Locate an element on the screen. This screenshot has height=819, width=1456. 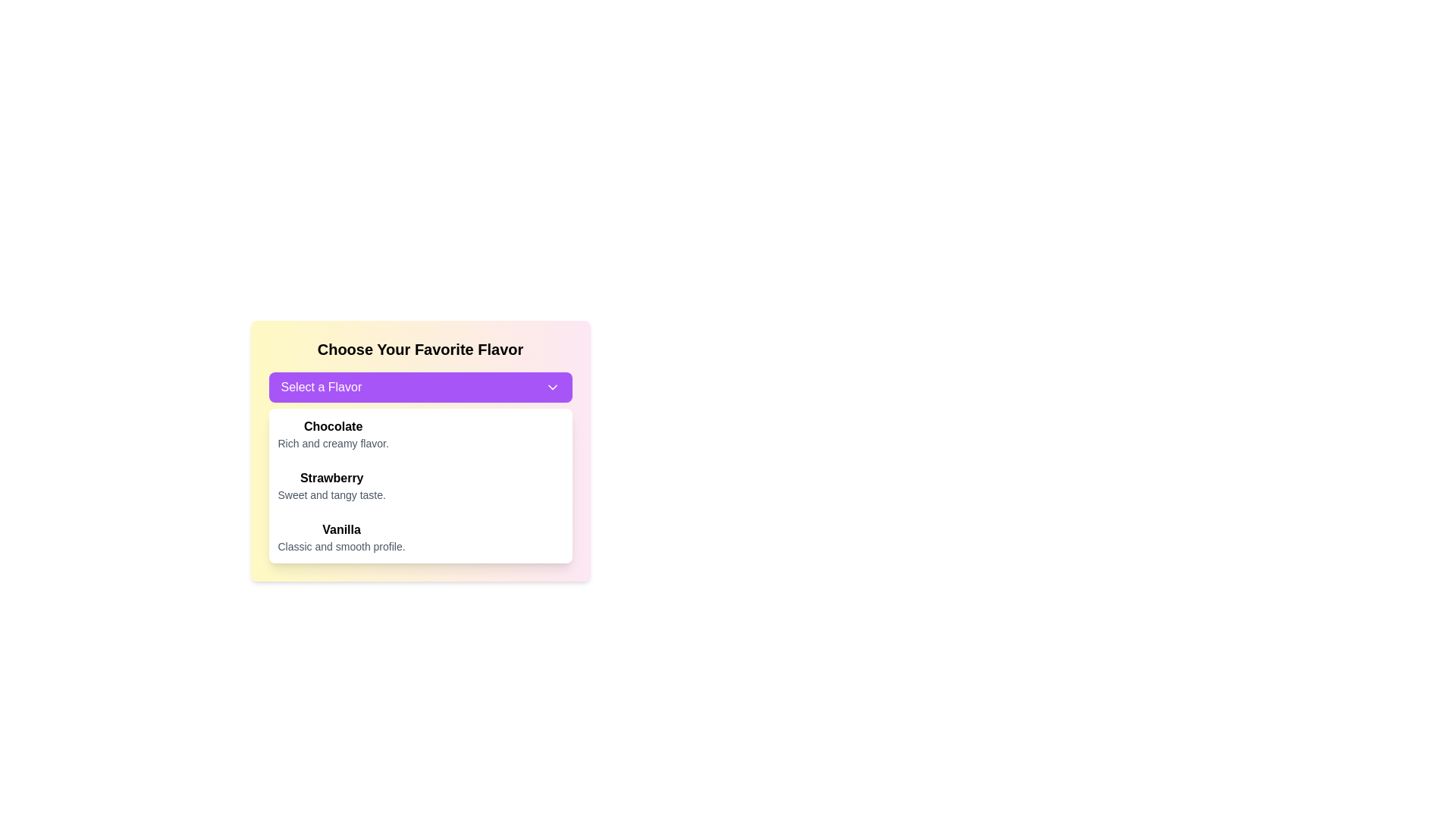
the static text providing additional descriptive information for the 'Strawberry' flavor option, which is positioned below the 'Strawberry' text in the flavor selection list is located at coordinates (331, 494).